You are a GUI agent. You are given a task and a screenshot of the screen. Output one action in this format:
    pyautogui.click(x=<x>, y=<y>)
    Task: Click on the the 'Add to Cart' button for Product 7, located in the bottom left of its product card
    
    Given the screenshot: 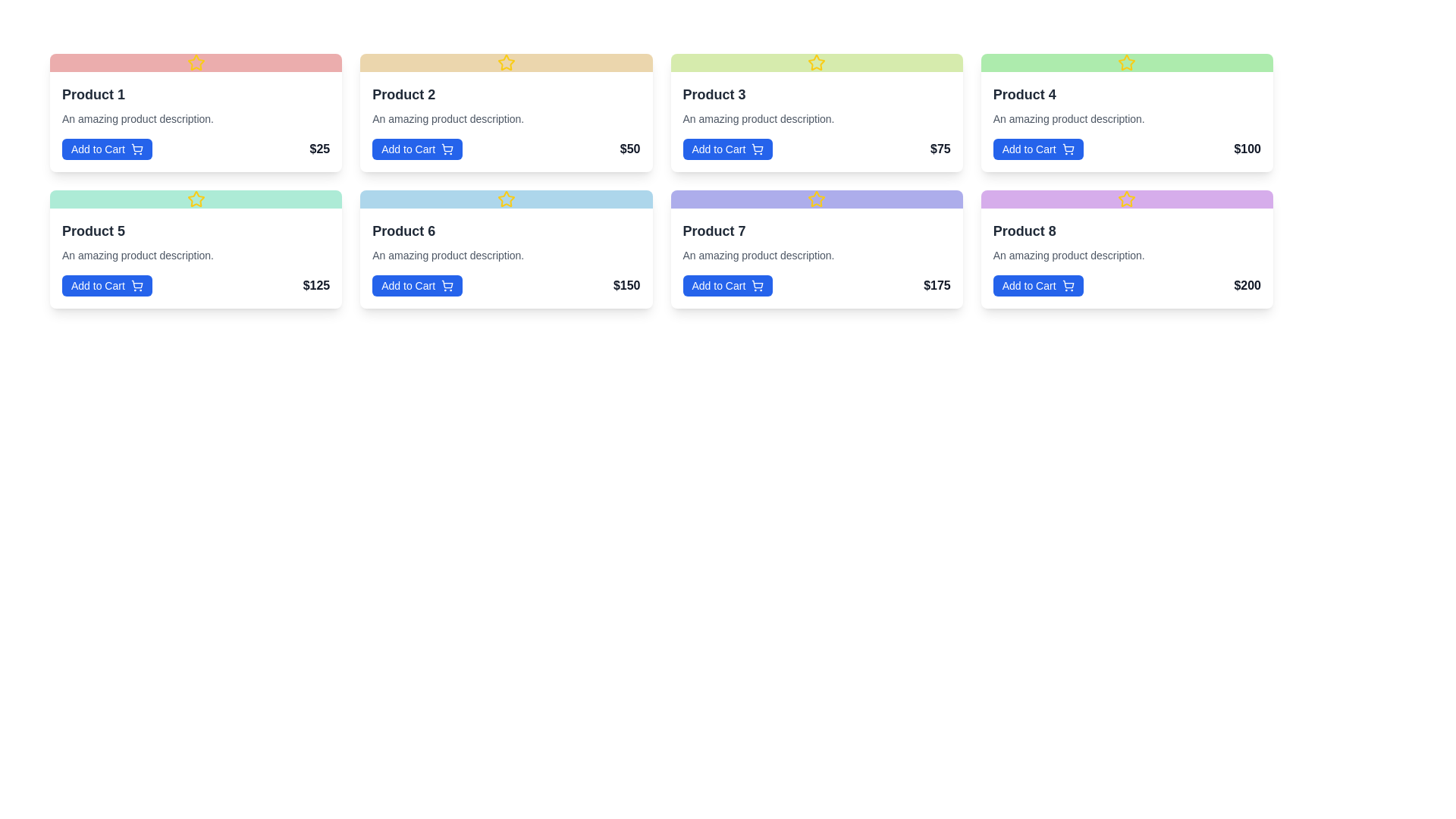 What is the action you would take?
    pyautogui.click(x=728, y=286)
    